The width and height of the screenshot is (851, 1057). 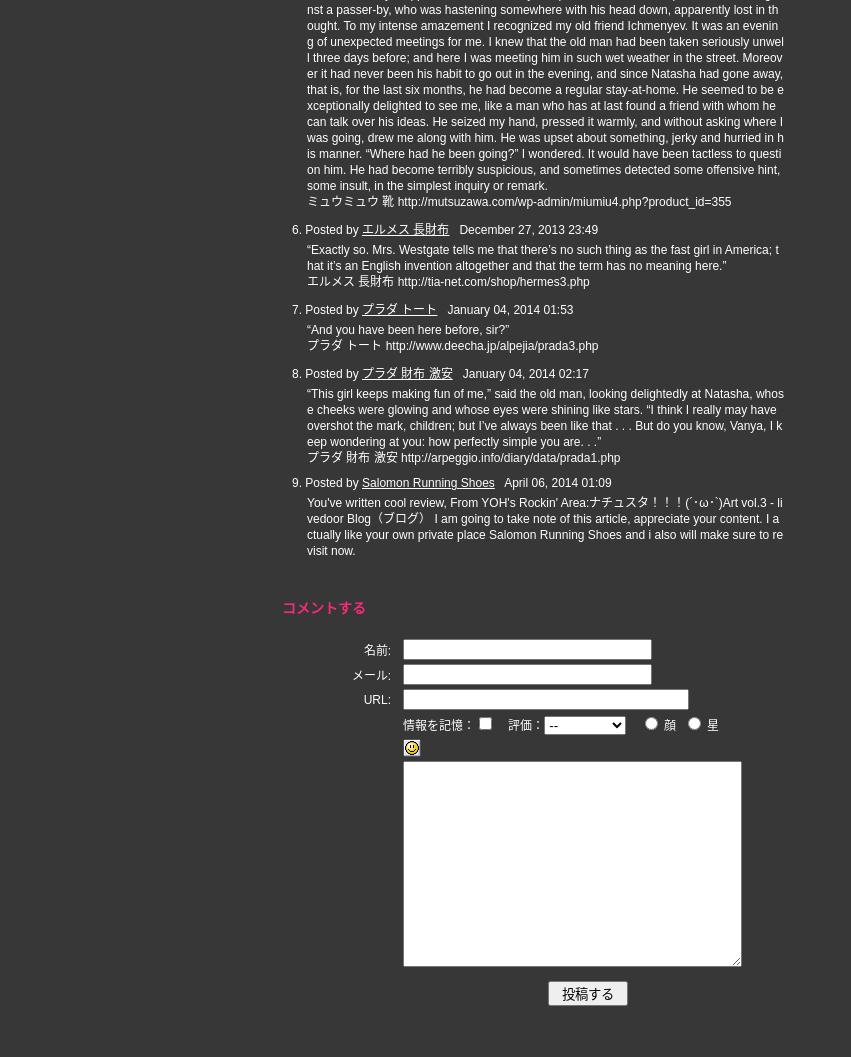 What do you see at coordinates (510, 310) in the screenshot?
I see `'January 04, 2014 01:53'` at bounding box center [510, 310].